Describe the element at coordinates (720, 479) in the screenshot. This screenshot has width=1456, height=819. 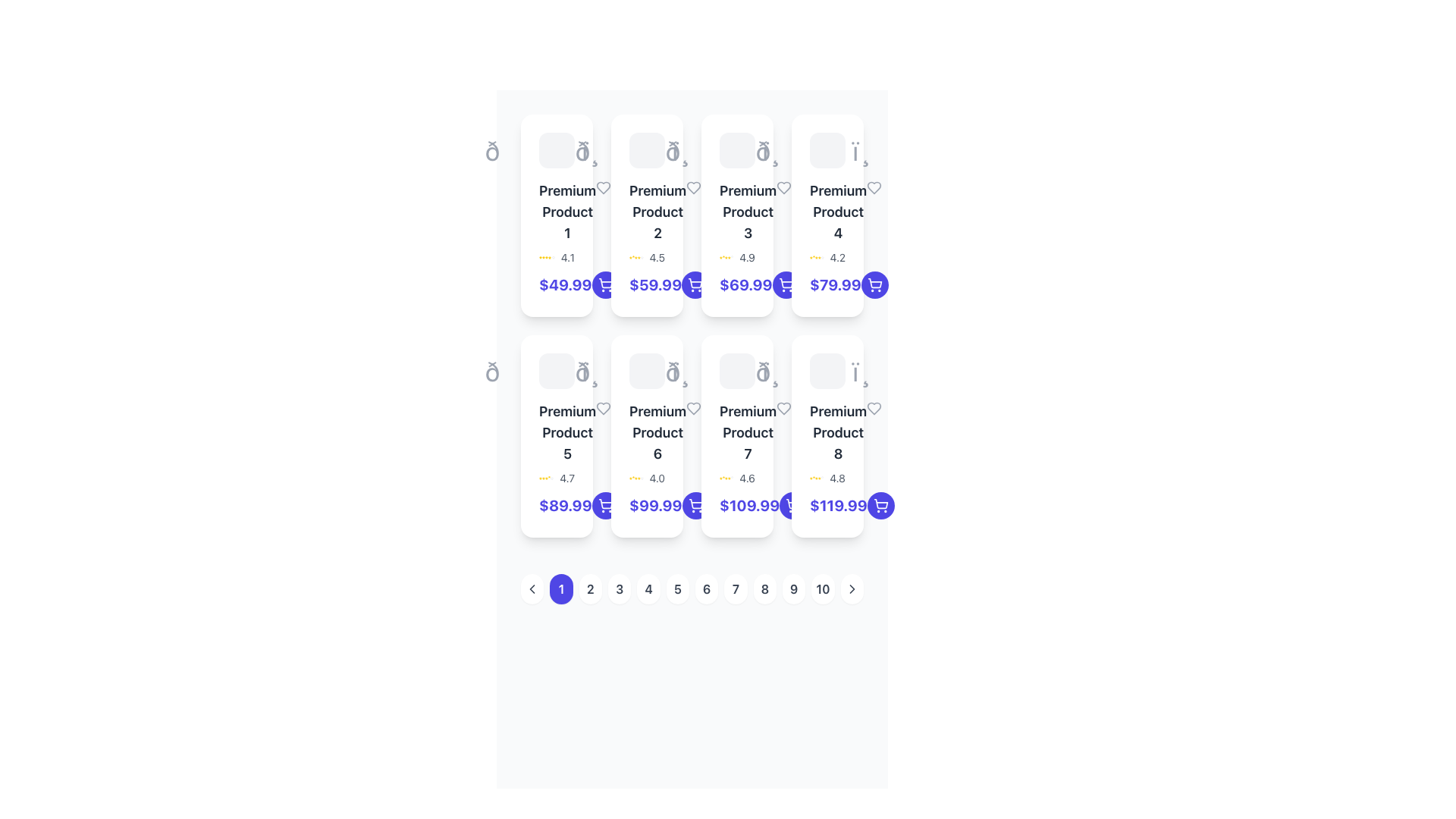
I see `the first filled star icon representing the rating for 'Premium Product 7' in the second row of the product grid interface` at that location.